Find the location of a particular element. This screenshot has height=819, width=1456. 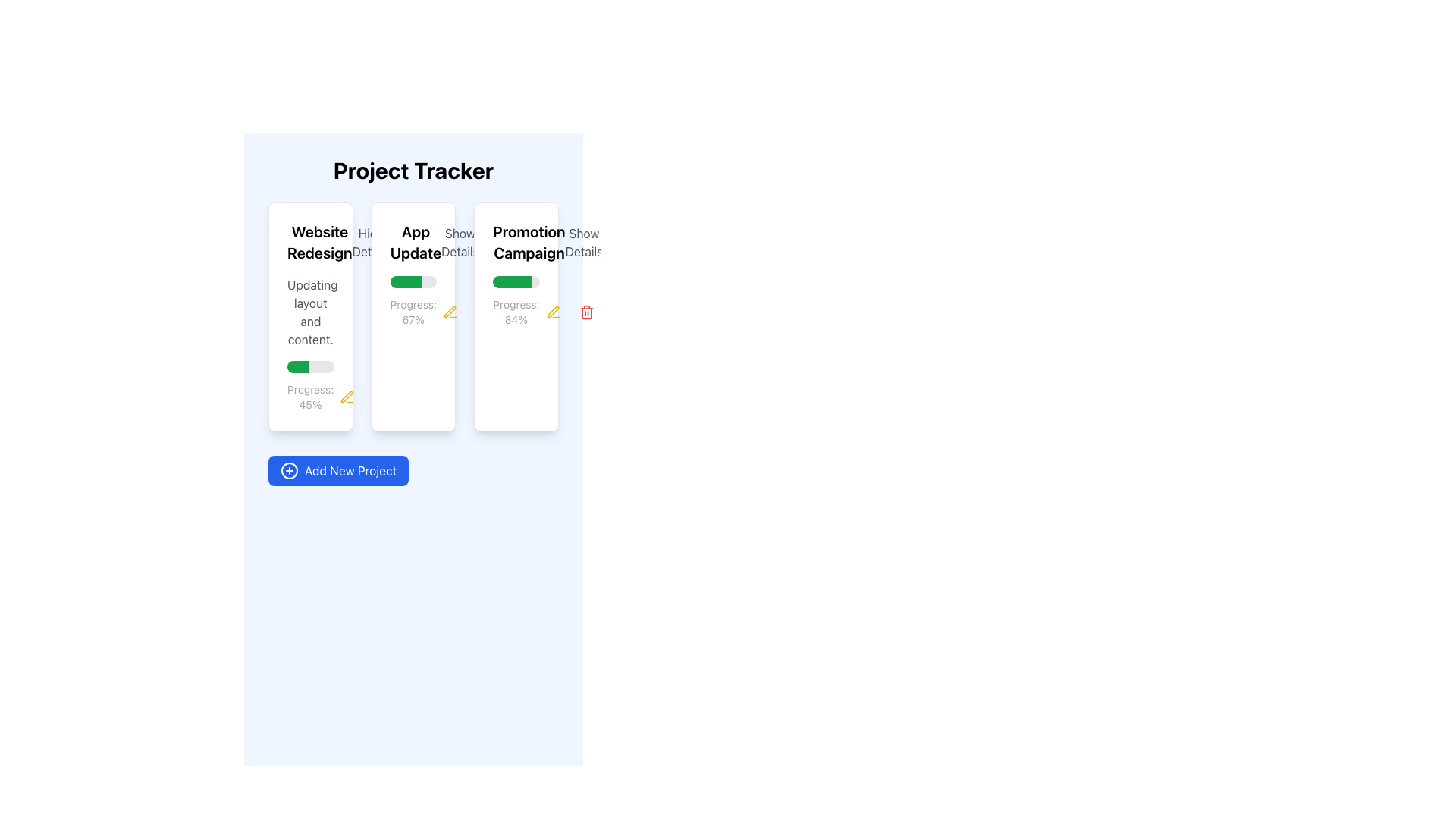

the green progress bar indicating the app update progress is located at coordinates (406, 281).